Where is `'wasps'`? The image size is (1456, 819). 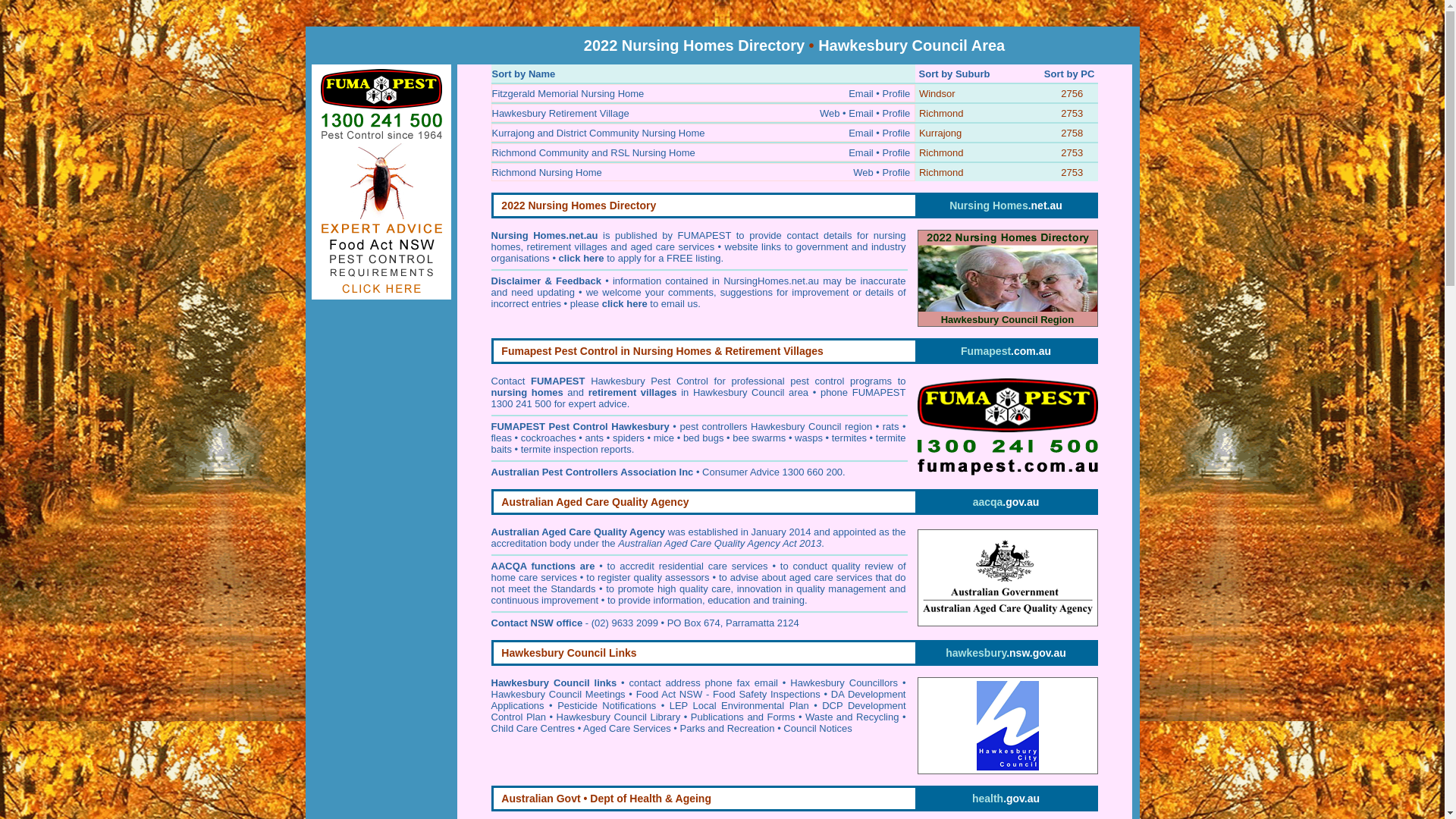 'wasps' is located at coordinates (808, 438).